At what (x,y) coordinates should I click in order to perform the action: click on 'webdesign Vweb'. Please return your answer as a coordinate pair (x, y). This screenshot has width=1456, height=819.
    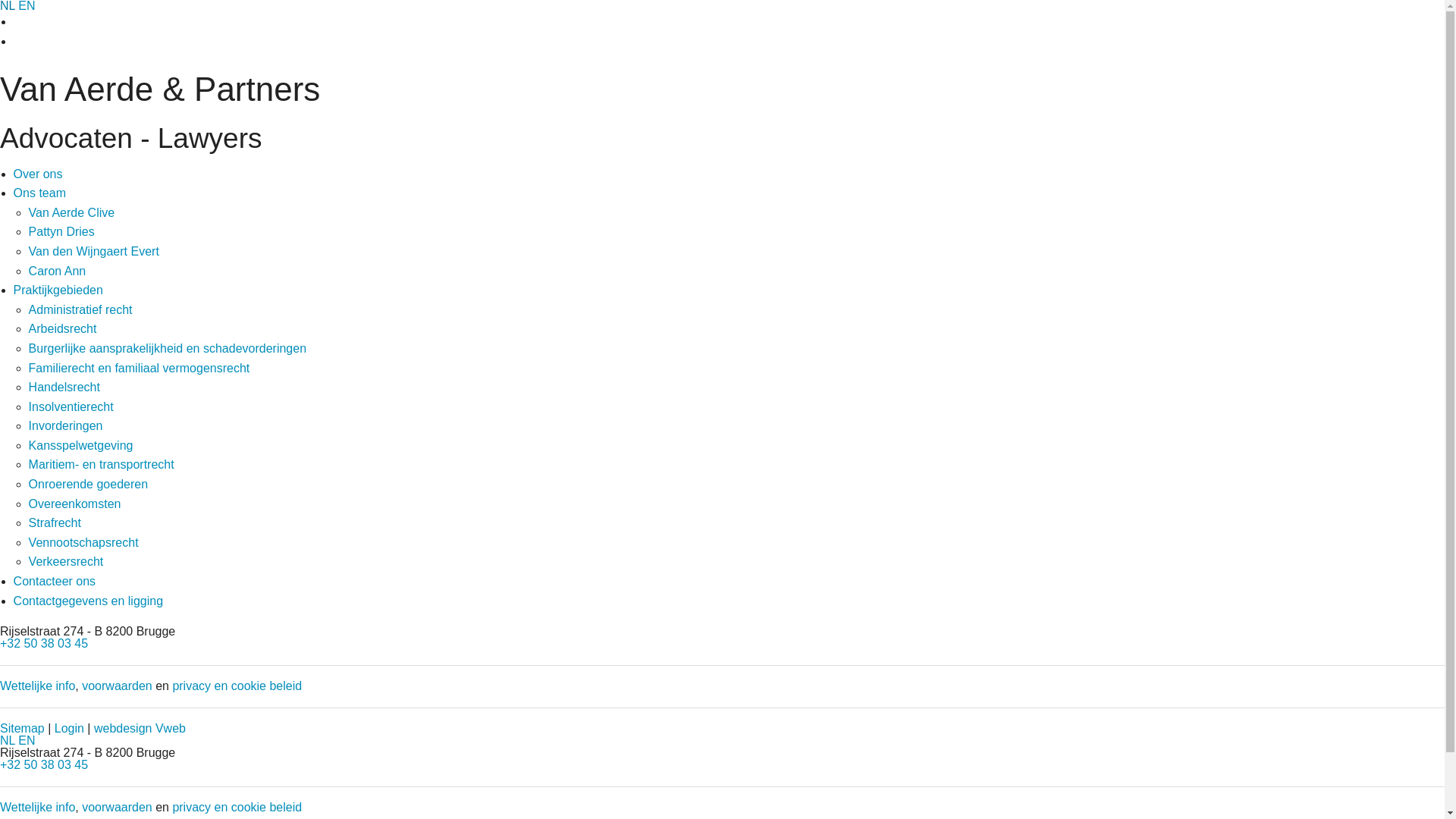
    Looking at the image, I should click on (140, 727).